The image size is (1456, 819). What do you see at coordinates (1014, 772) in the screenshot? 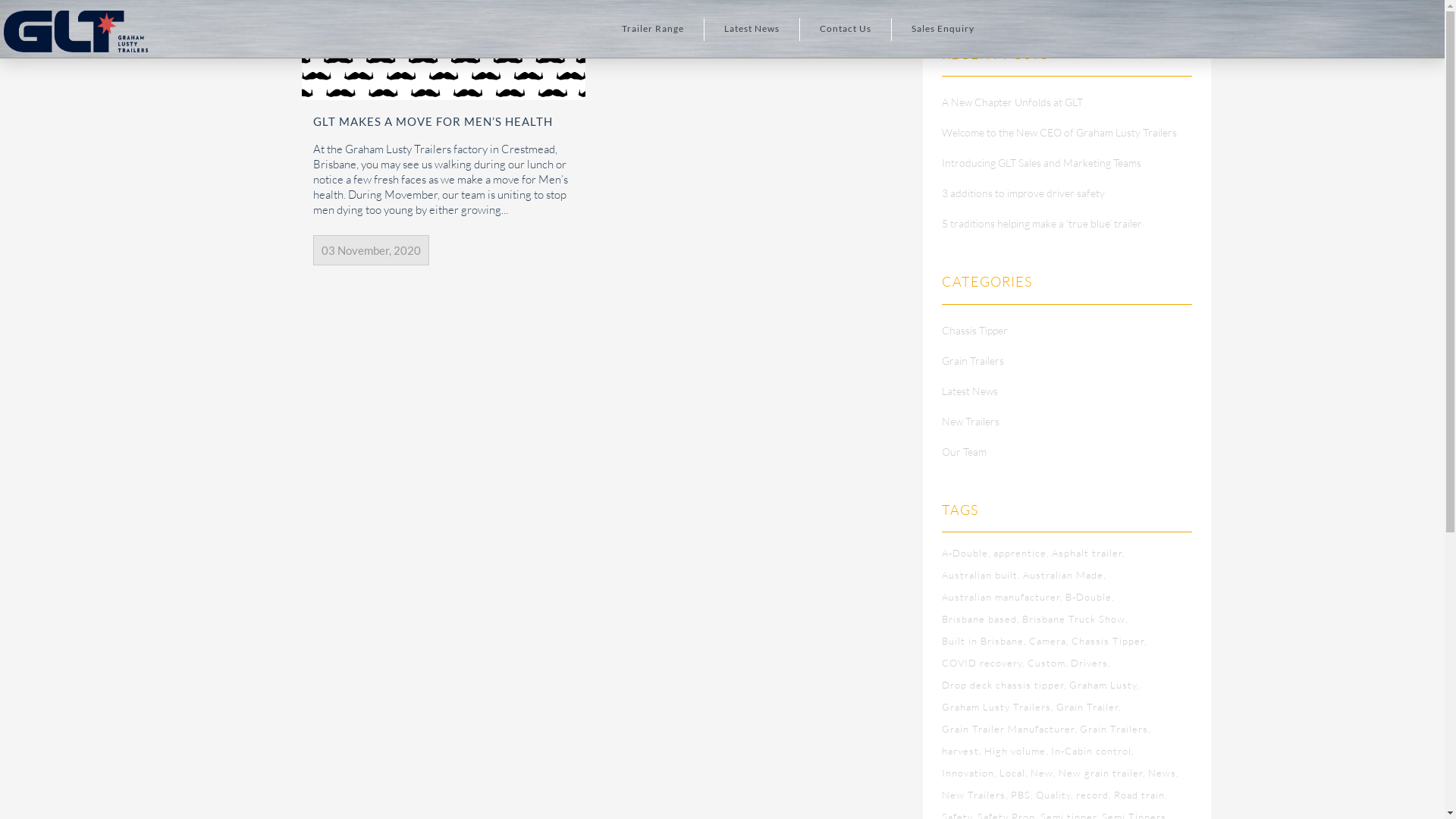
I see `'Local'` at bounding box center [1014, 772].